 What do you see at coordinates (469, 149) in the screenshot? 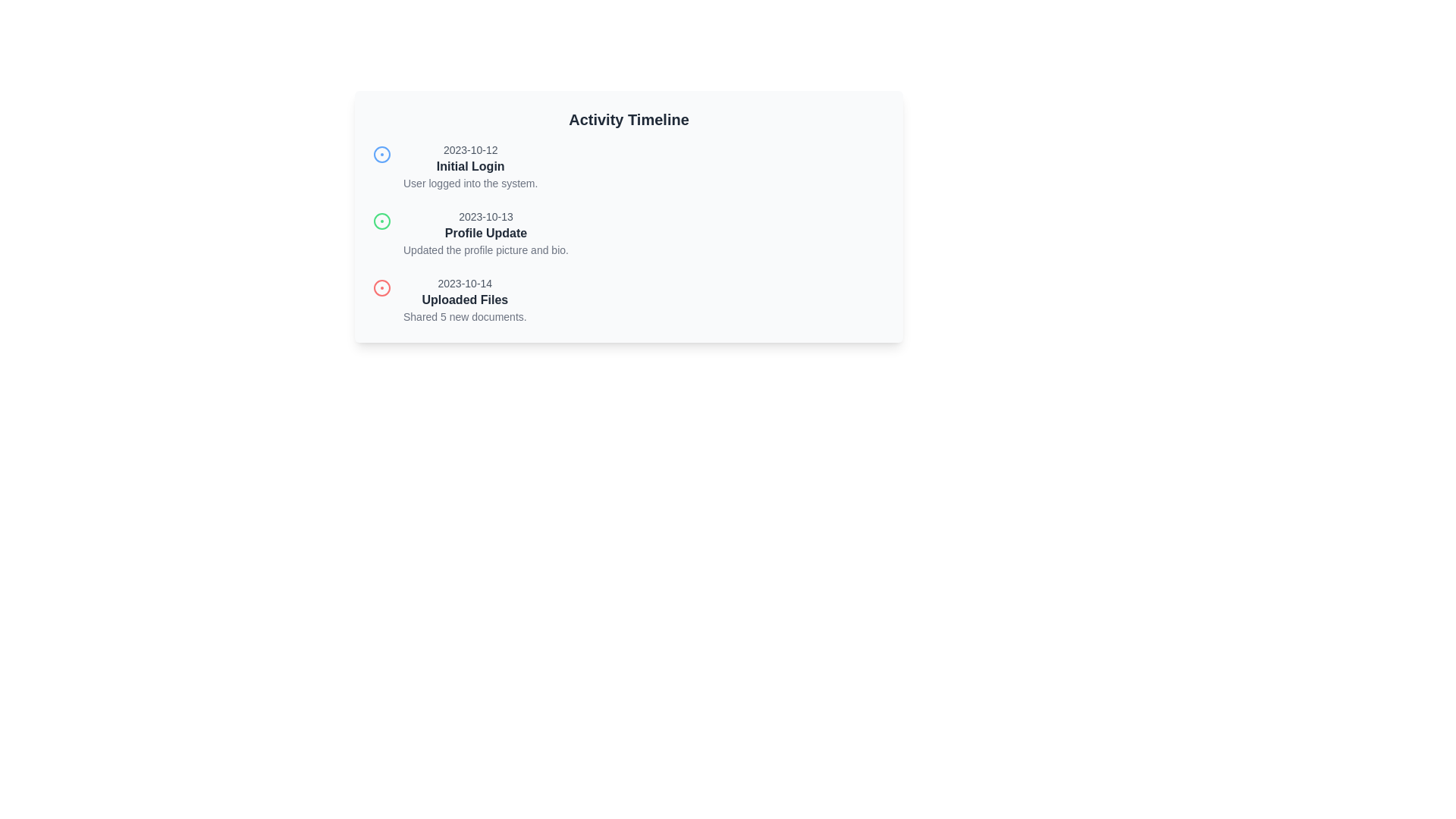
I see `the date text label located above the headline 'Initial Login' in the activity timeline` at bounding box center [469, 149].